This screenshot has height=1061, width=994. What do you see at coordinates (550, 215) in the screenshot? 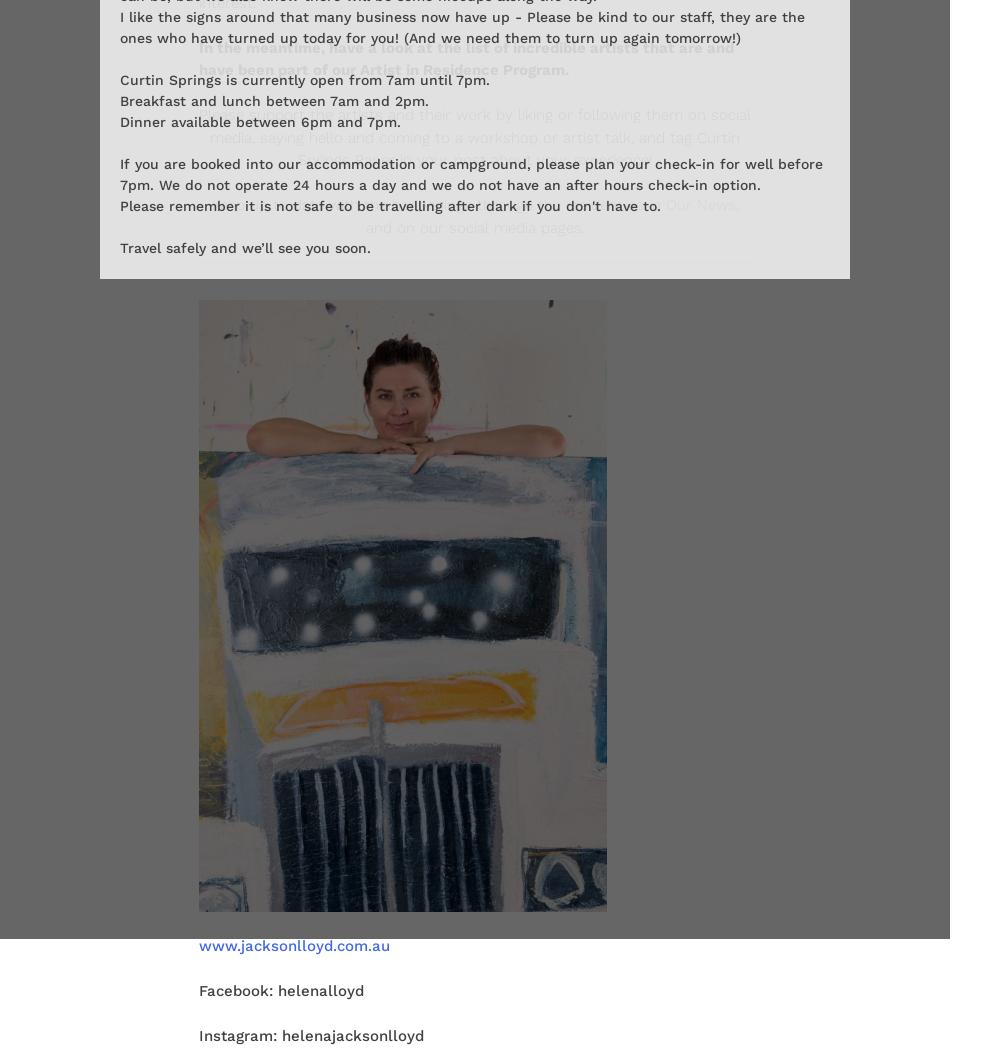
I see `', and on our social media pages.'` at bounding box center [550, 215].